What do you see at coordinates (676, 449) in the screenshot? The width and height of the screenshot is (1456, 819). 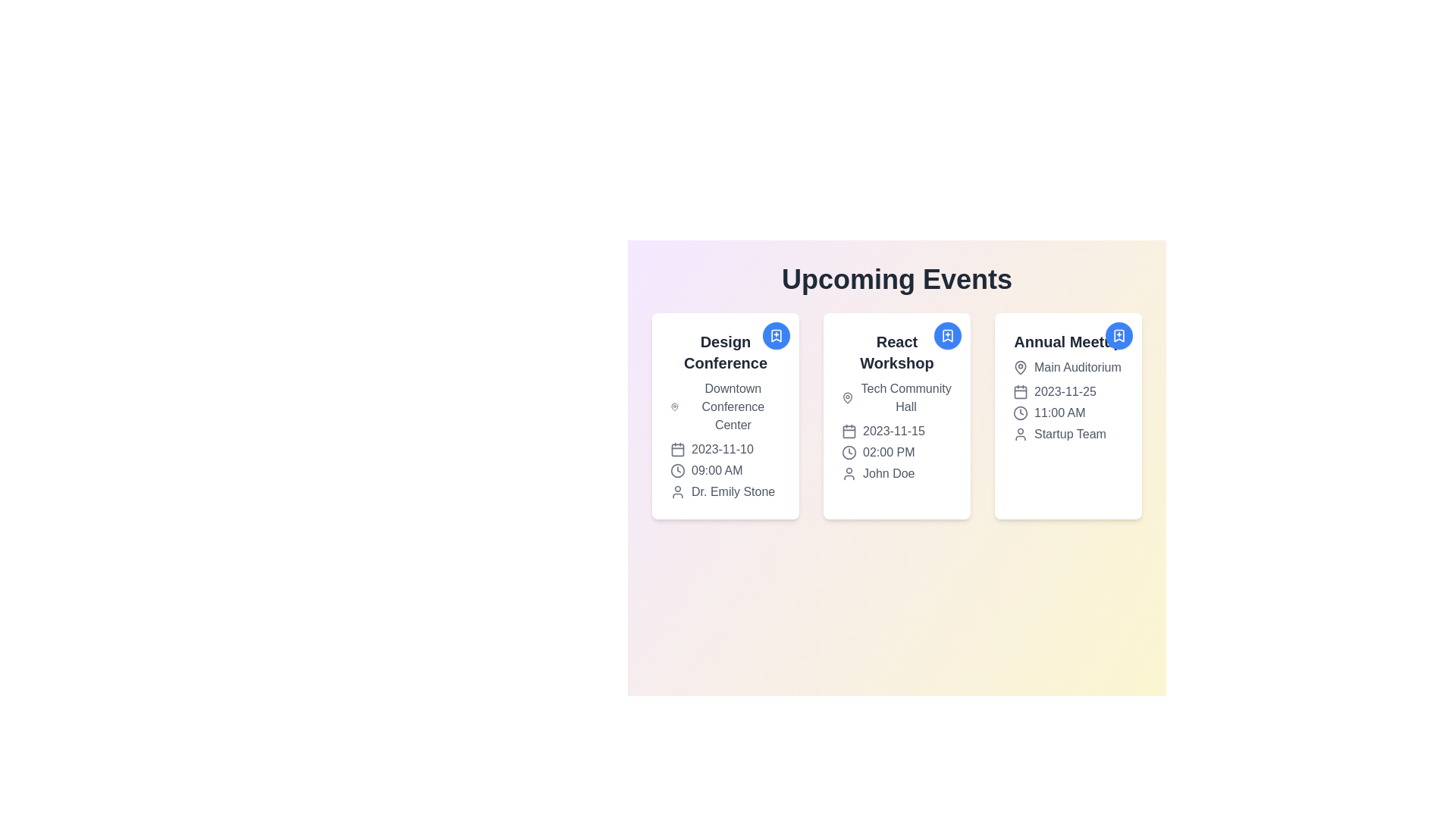 I see `the small gray calendar icon located to the left of the '2023-11-10' date text in the 'Design Conference' card within the 'Upcoming Events' section` at bounding box center [676, 449].